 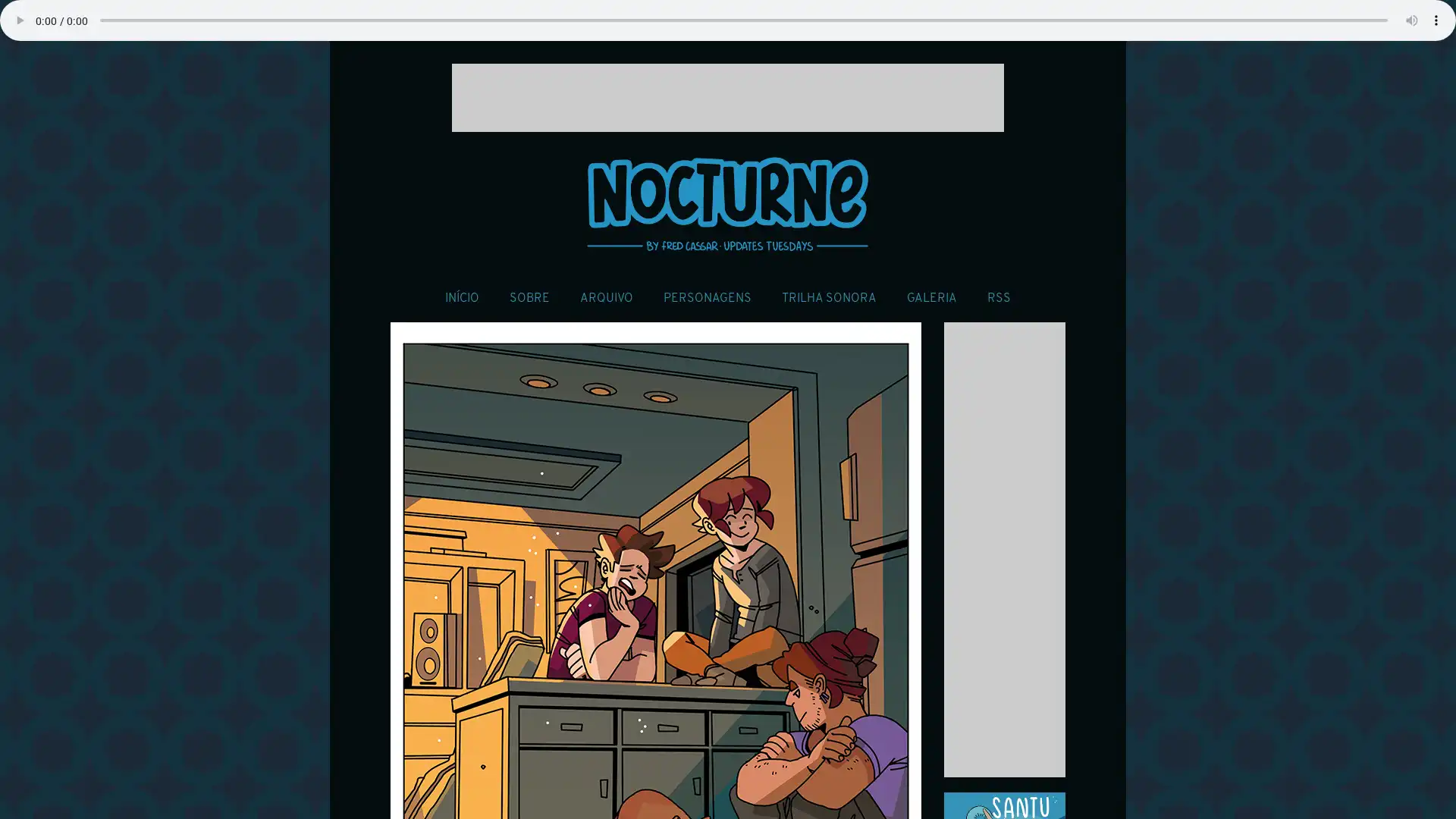 I want to click on mute, so click(x=1411, y=20).